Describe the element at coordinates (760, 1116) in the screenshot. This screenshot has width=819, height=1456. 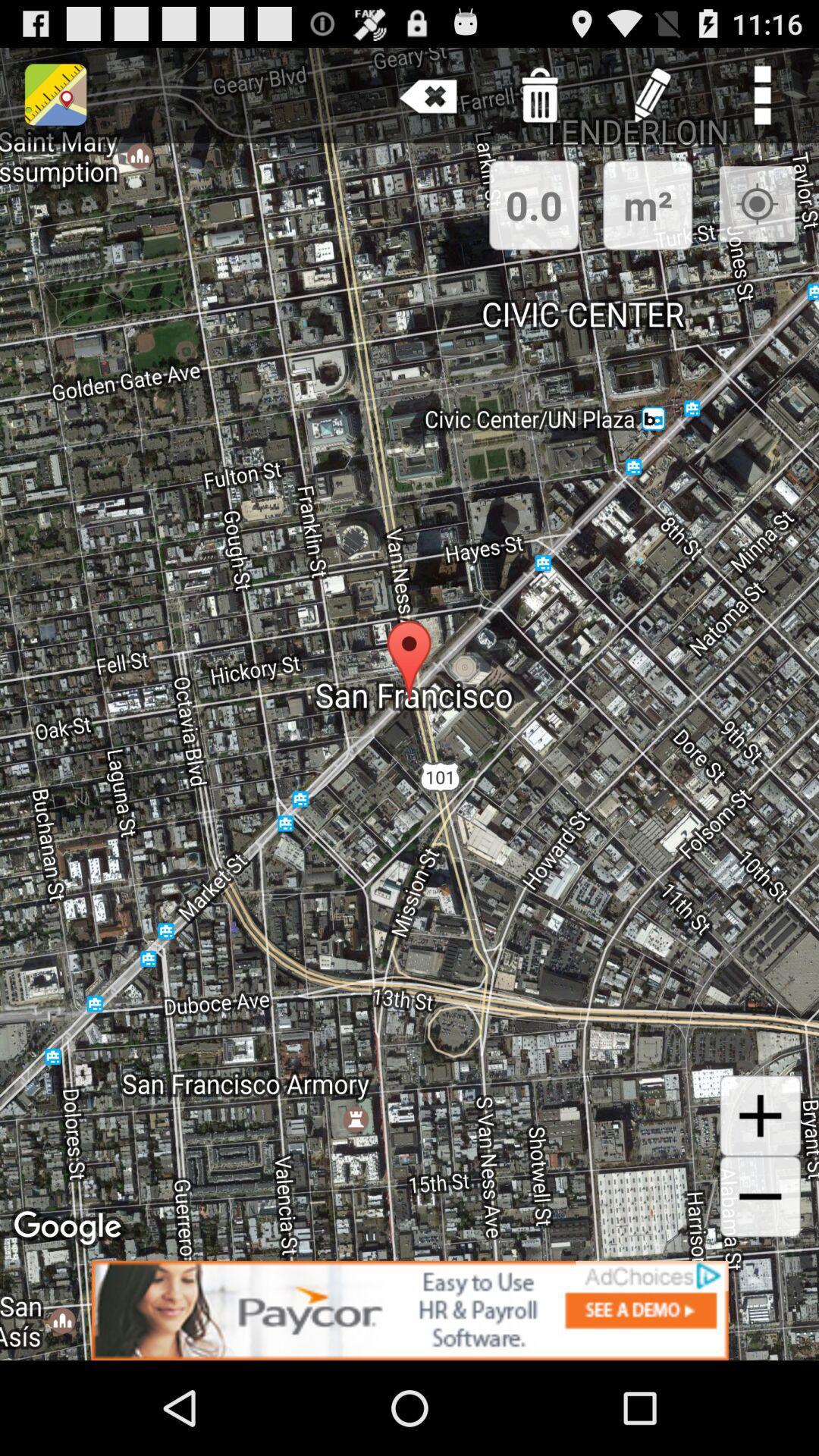
I see `this is the zoom in function to zoom in on the map` at that location.